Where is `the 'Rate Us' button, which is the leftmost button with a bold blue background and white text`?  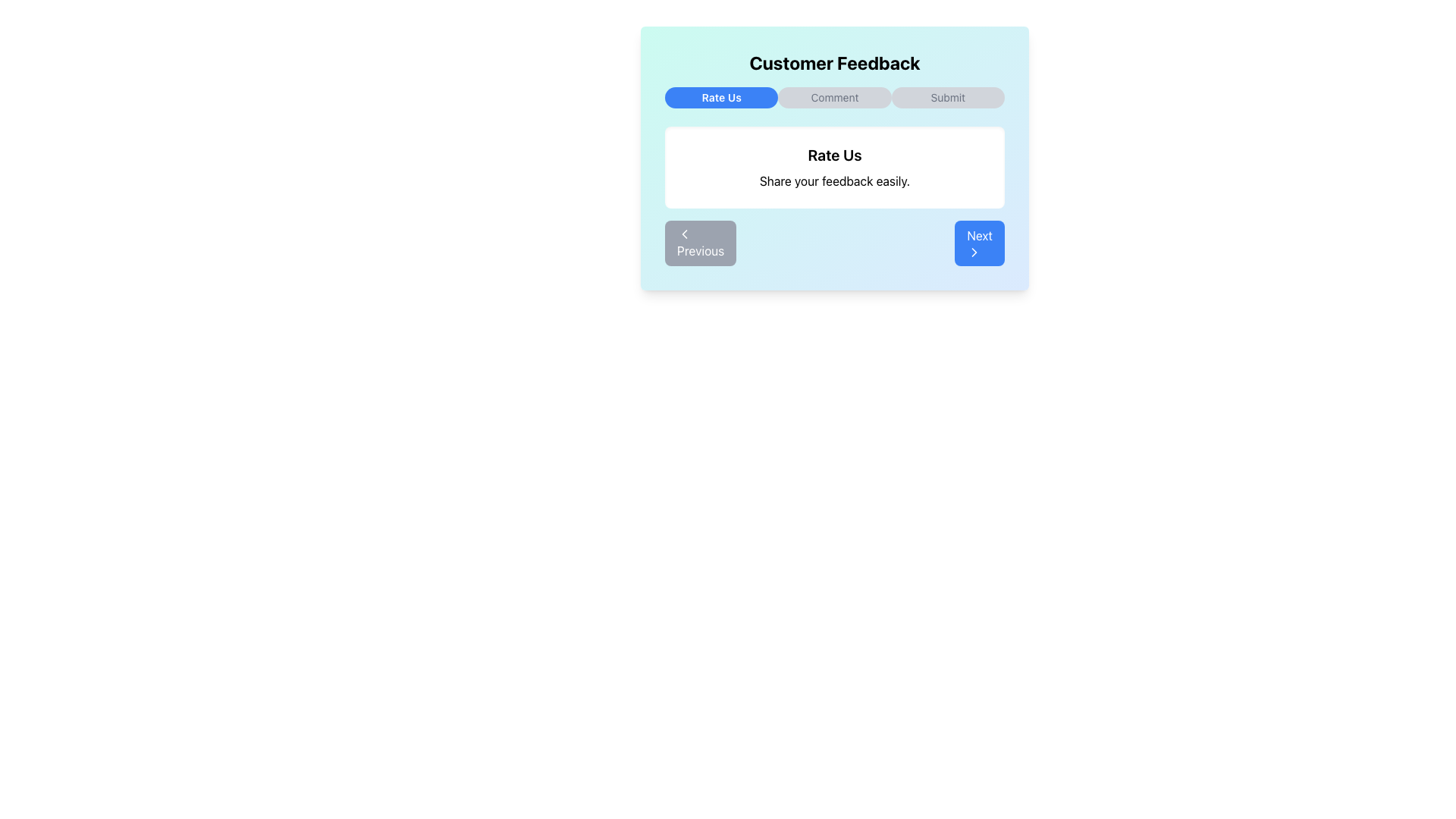 the 'Rate Us' button, which is the leftmost button with a bold blue background and white text is located at coordinates (720, 97).